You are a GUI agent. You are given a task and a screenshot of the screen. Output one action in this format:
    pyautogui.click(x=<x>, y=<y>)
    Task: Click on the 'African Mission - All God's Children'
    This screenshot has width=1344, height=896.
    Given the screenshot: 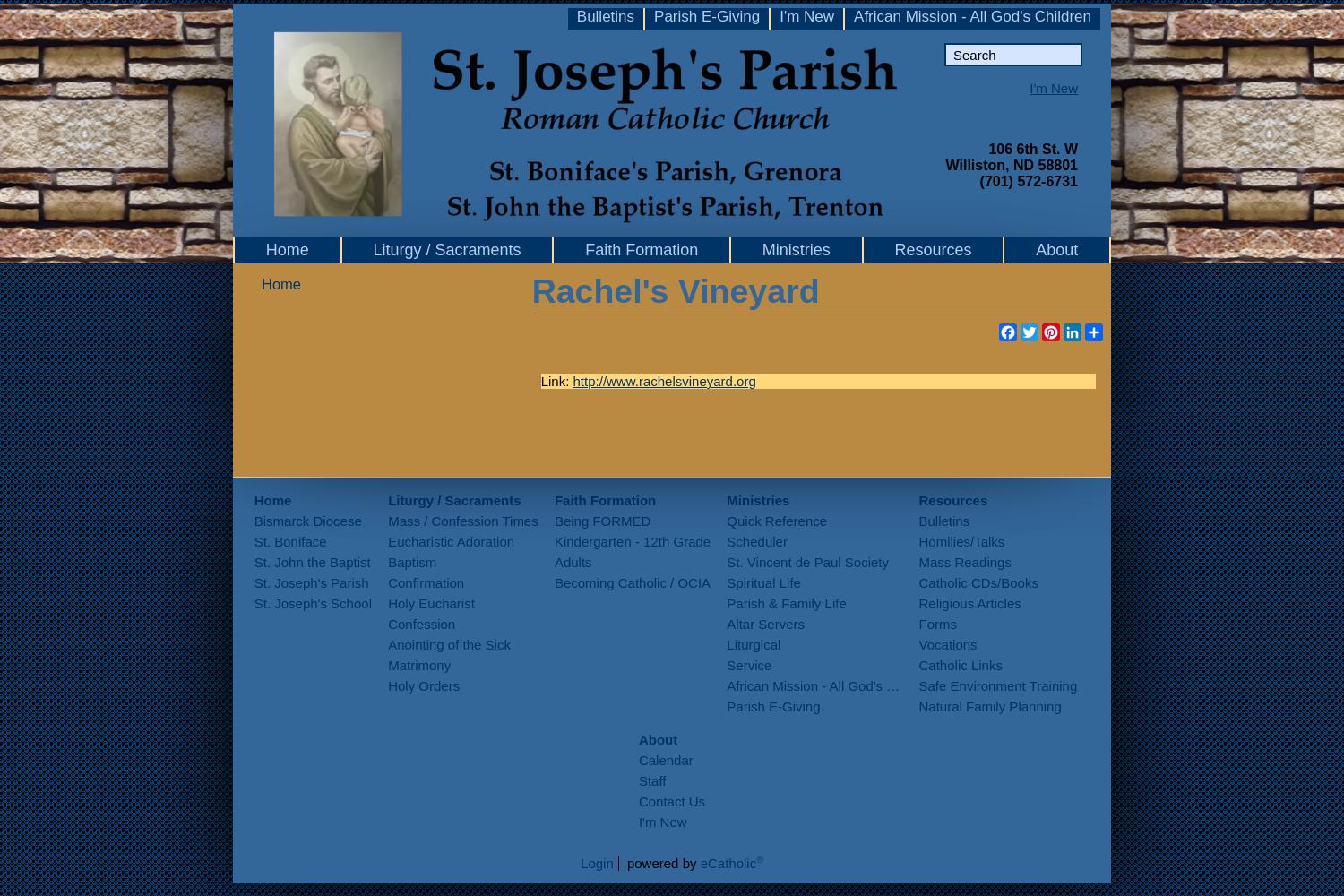 What is the action you would take?
    pyautogui.click(x=727, y=685)
    